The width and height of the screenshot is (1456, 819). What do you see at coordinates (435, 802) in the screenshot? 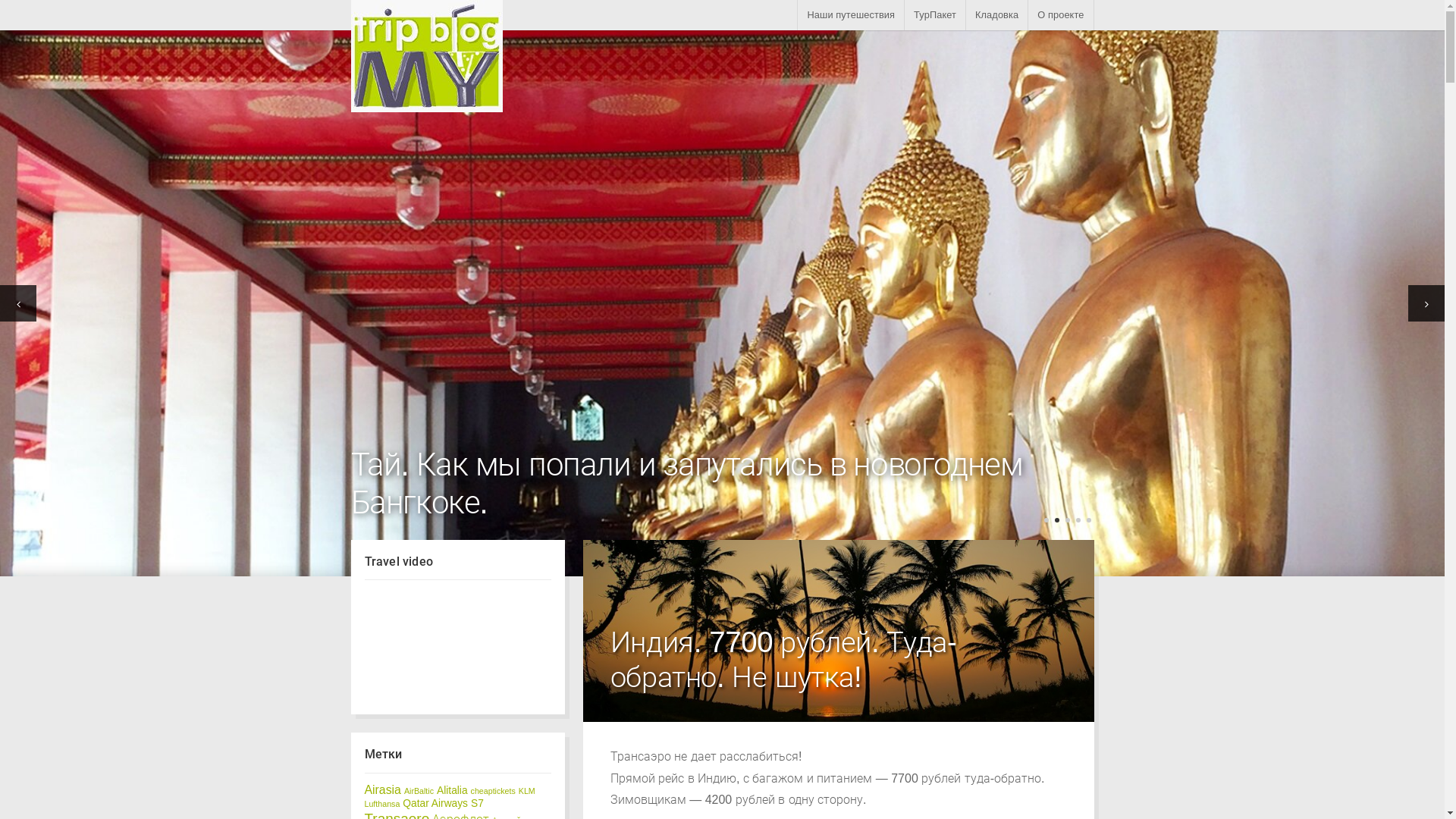
I see `'Qatar Airways'` at bounding box center [435, 802].